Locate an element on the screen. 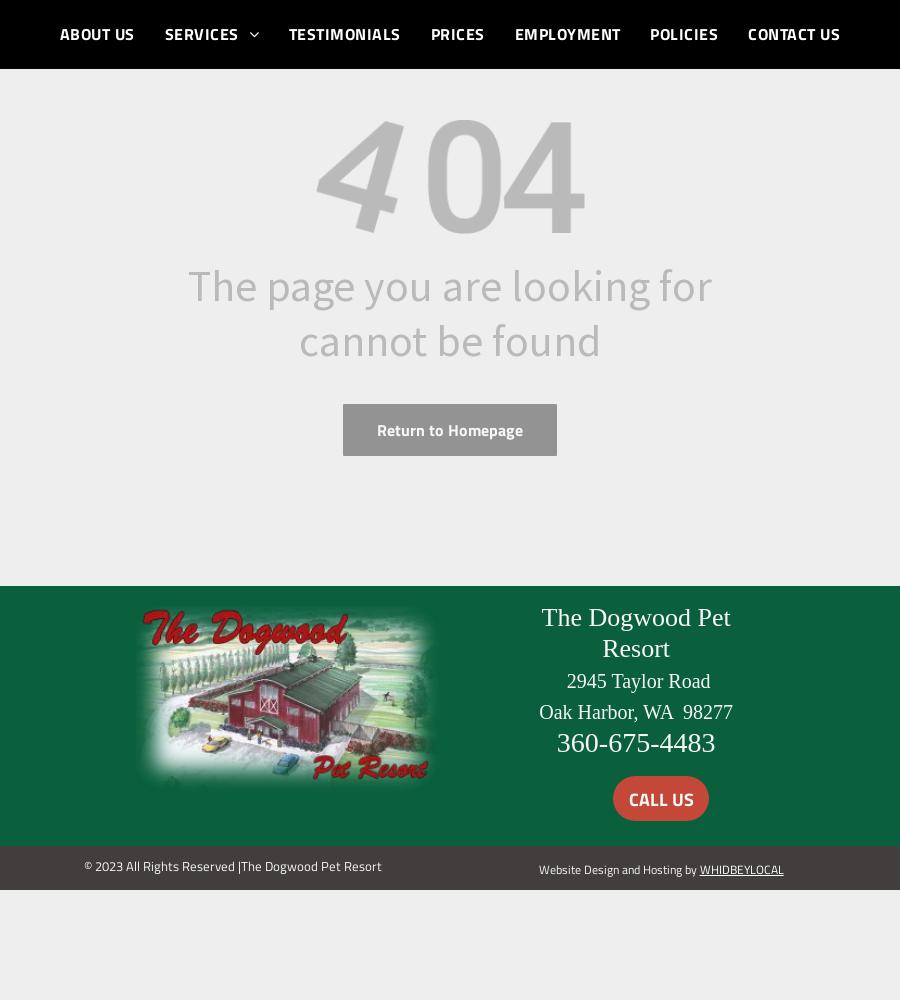 This screenshot has height=1000, width=900. 'Oak Harbor, WA  98277' is located at coordinates (636, 711).